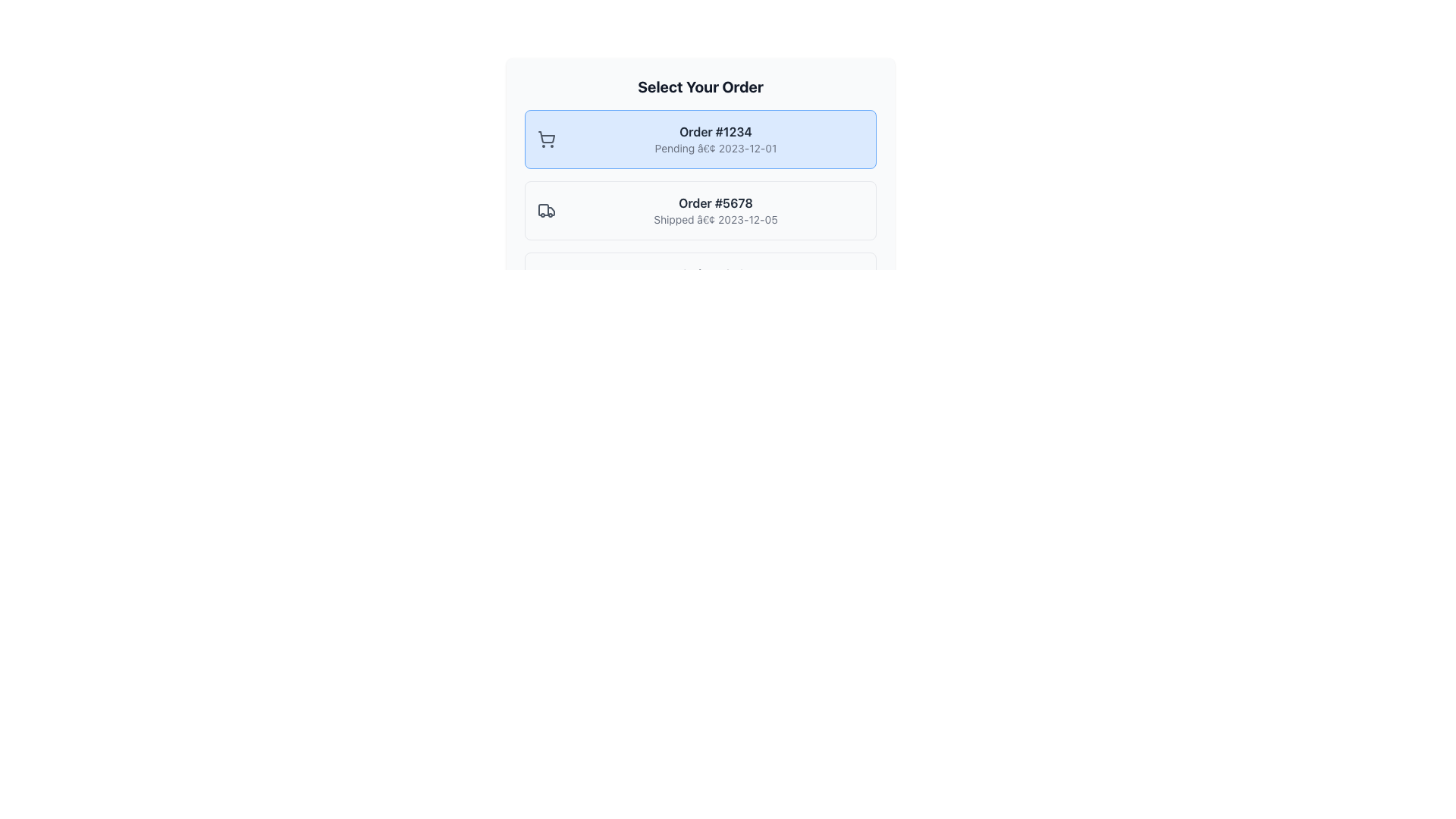 The height and width of the screenshot is (819, 1456). Describe the element at coordinates (715, 149) in the screenshot. I see `status text indicating 'Pending' and the date '2023-12-01' located beneath 'Order #1234' in the order details card` at that location.